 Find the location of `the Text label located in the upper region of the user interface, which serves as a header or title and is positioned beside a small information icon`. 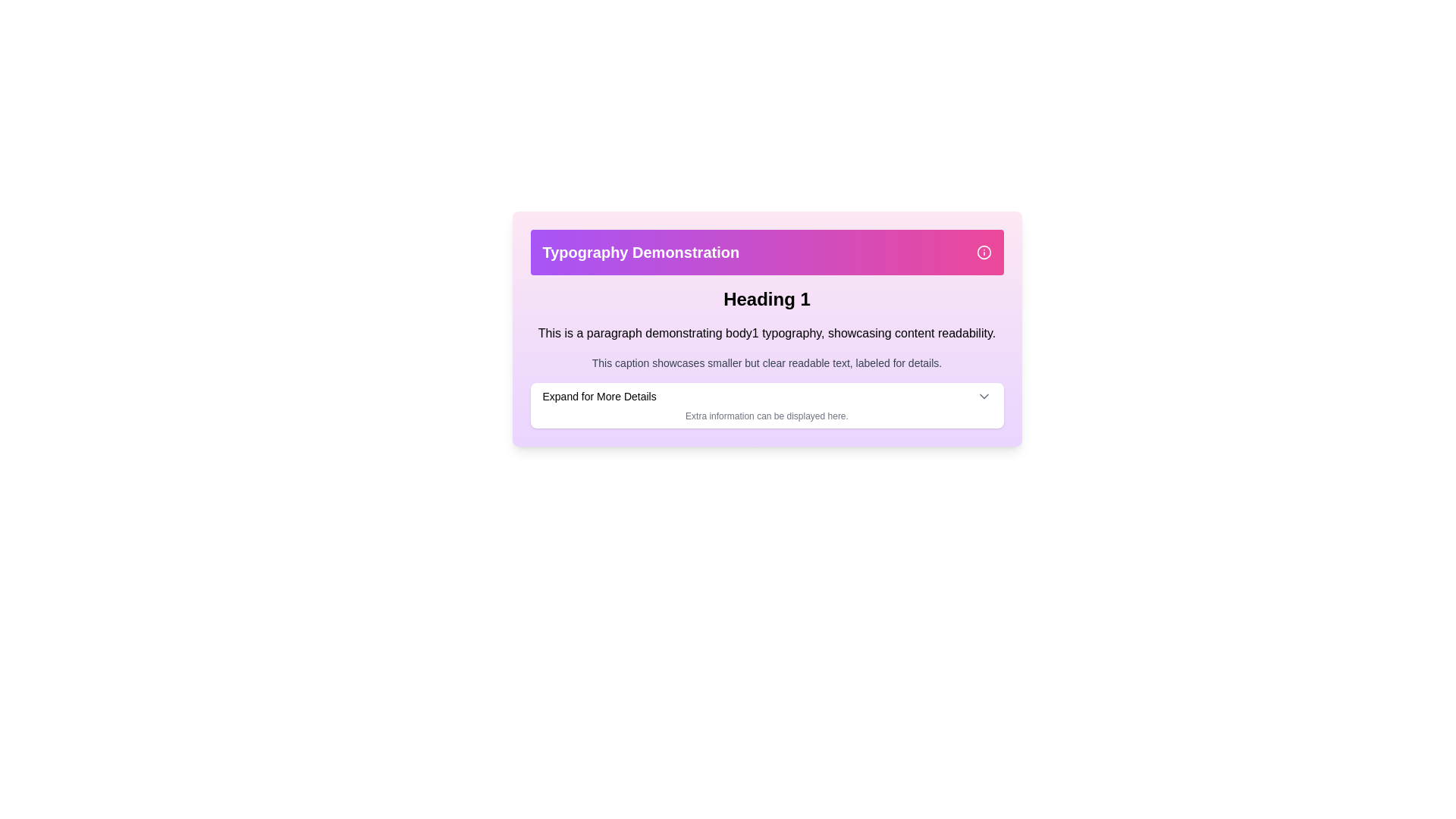

the Text label located in the upper region of the user interface, which serves as a header or title and is positioned beside a small information icon is located at coordinates (641, 251).